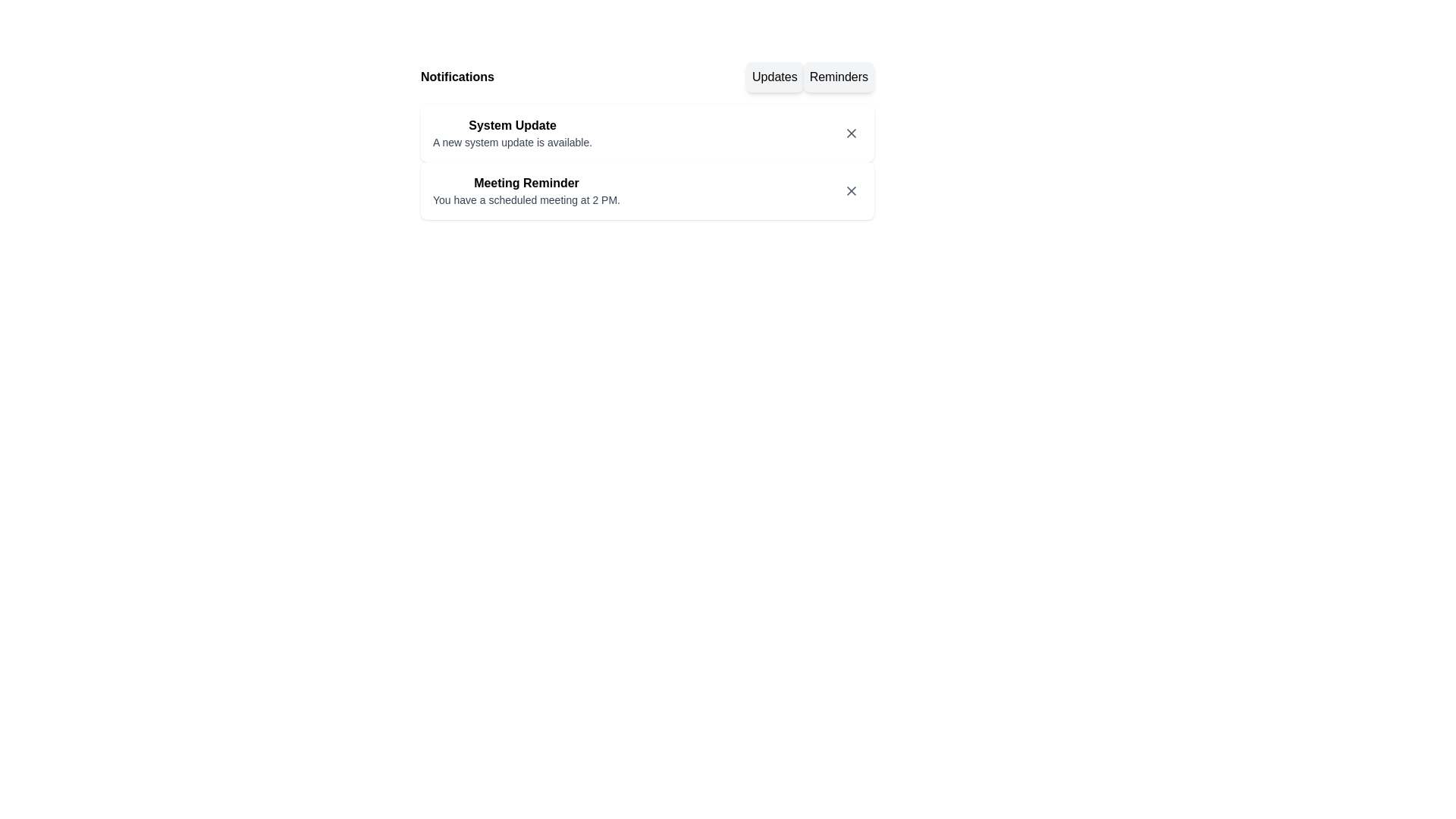 The width and height of the screenshot is (1456, 819). What do you see at coordinates (838, 77) in the screenshot?
I see `the button labeled Reminders to filter notifications by the selected category` at bounding box center [838, 77].